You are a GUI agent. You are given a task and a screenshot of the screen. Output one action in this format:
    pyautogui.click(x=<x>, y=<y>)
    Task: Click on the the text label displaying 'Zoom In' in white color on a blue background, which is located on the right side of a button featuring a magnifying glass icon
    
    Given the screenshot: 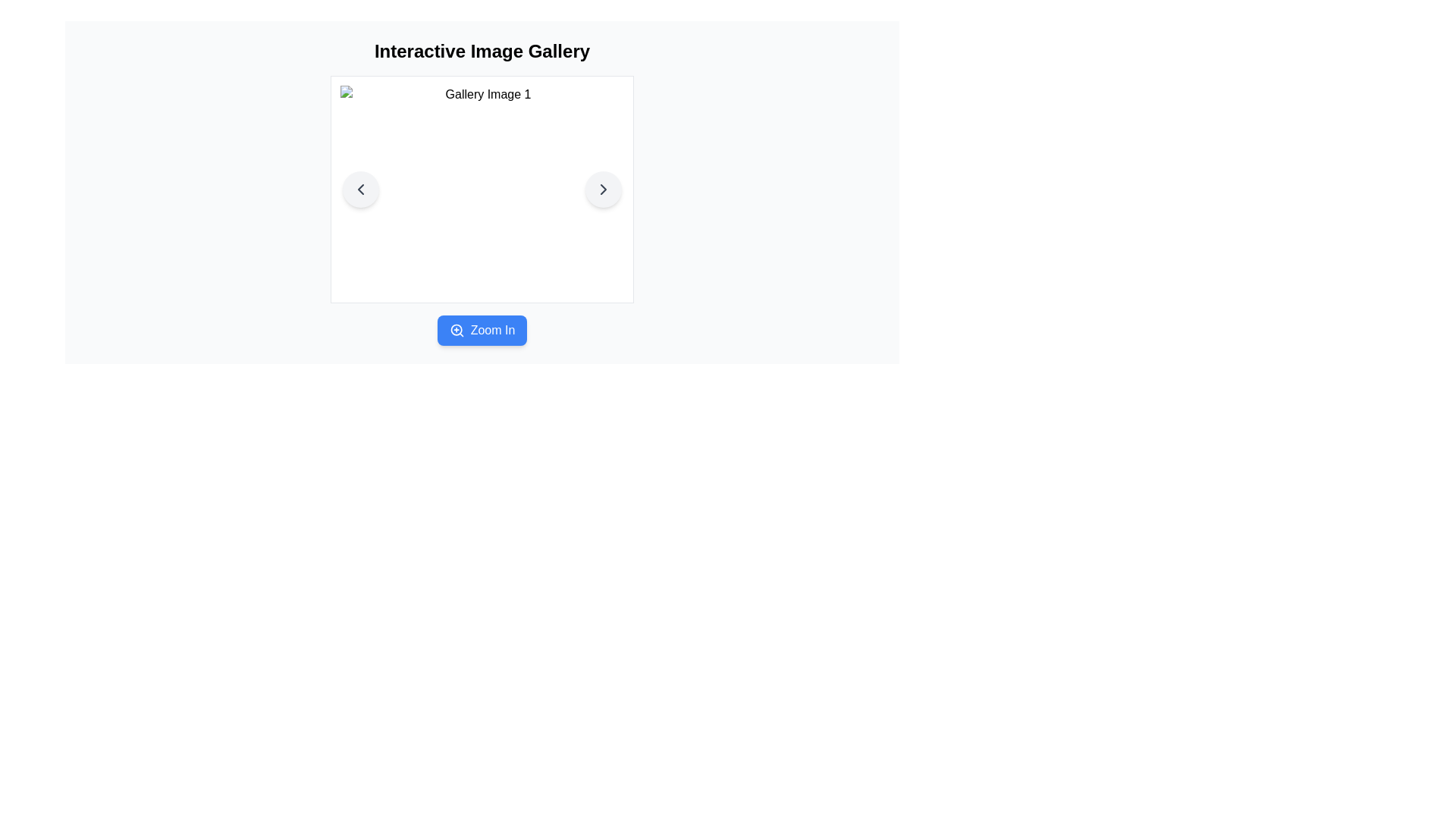 What is the action you would take?
    pyautogui.click(x=492, y=329)
    